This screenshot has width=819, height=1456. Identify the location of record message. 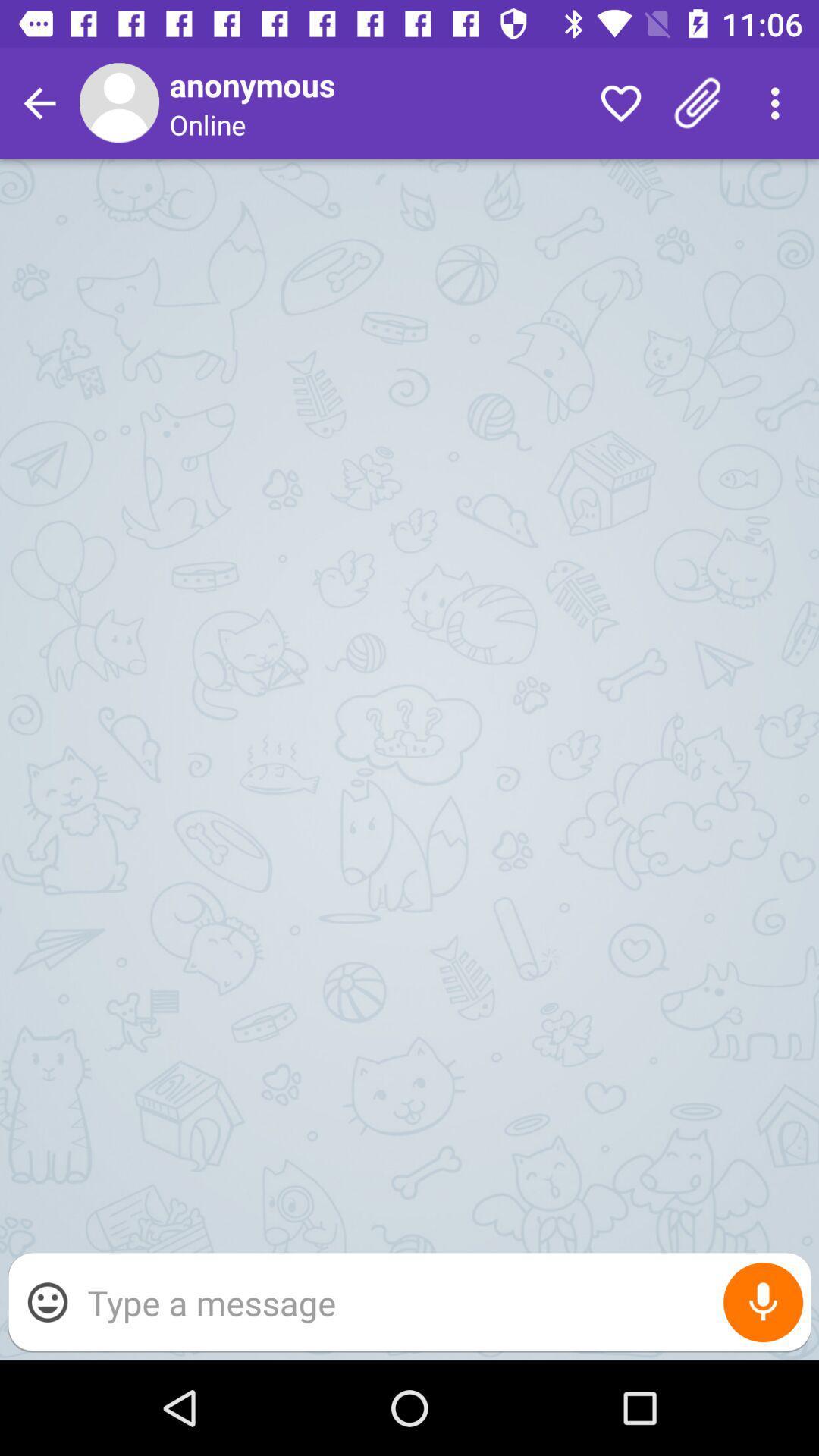
(763, 1301).